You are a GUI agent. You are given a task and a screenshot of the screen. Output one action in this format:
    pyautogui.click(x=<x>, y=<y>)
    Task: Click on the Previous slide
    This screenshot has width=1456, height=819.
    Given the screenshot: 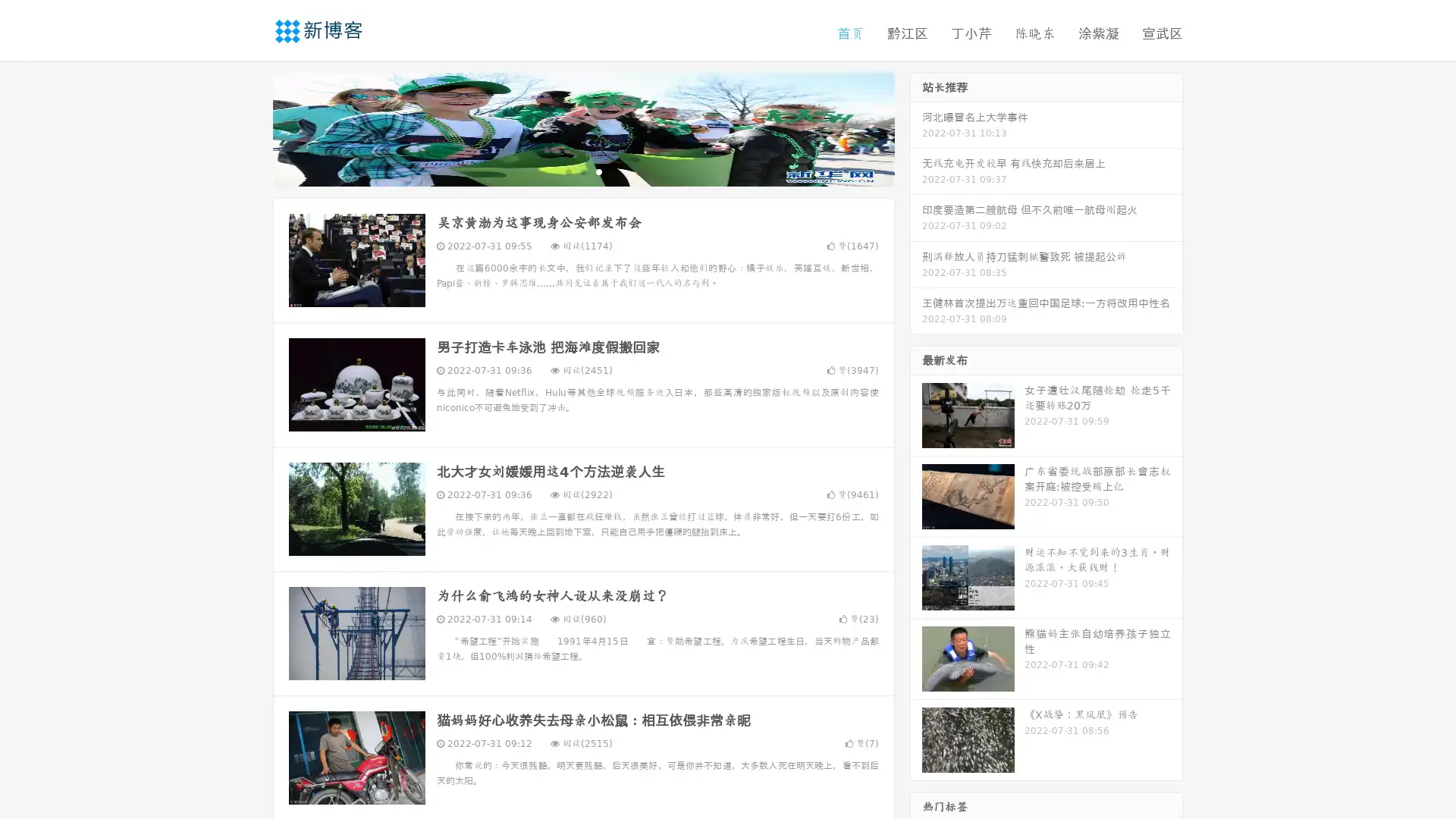 What is the action you would take?
    pyautogui.click(x=250, y=127)
    